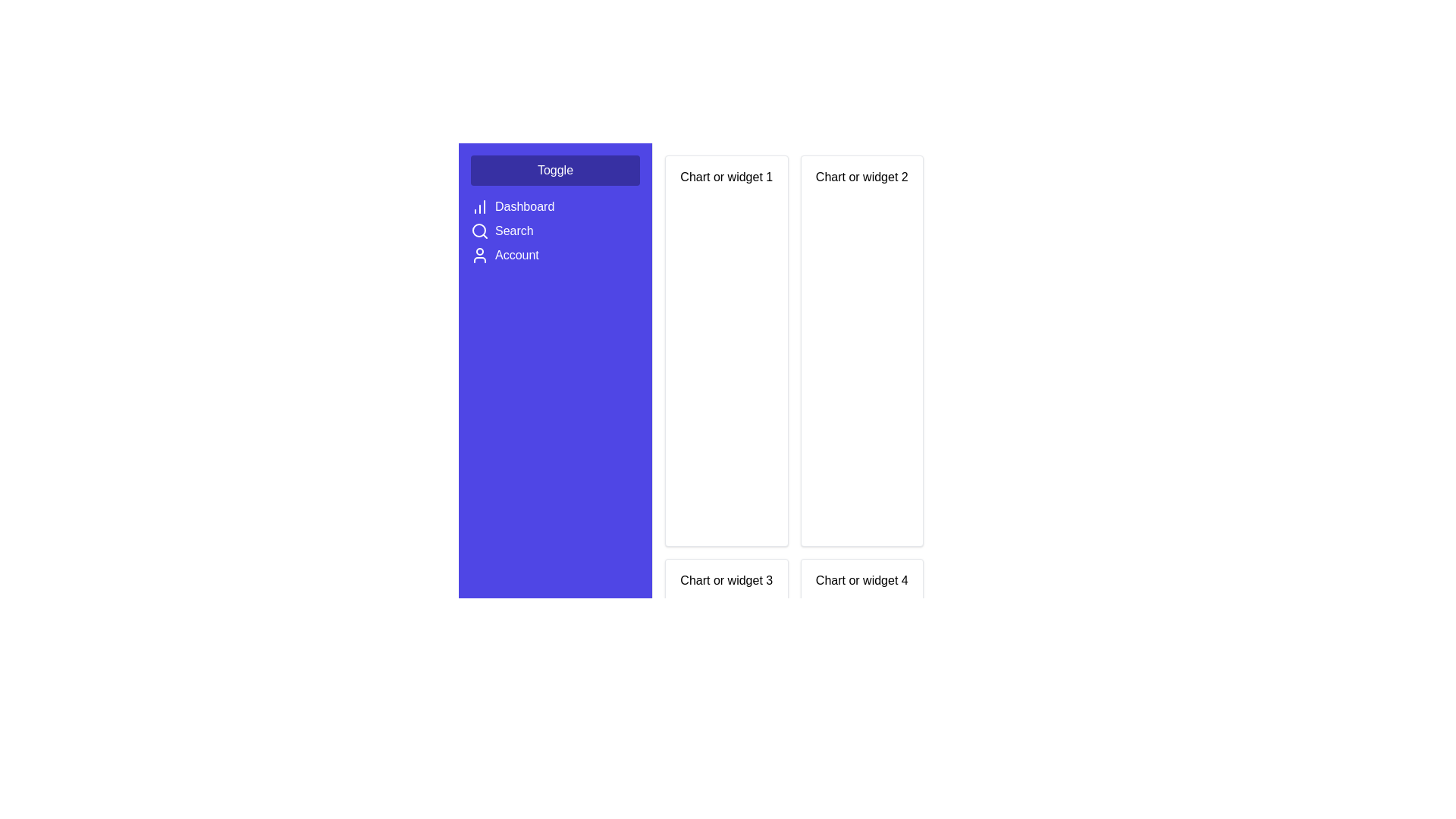  I want to click on the toggle button located at the top of the vertical sidebar, which is centered horizontally and positioned above the items labeled 'Dashboard', 'Search', and 'Account' to observe its hover effects, so click(554, 170).